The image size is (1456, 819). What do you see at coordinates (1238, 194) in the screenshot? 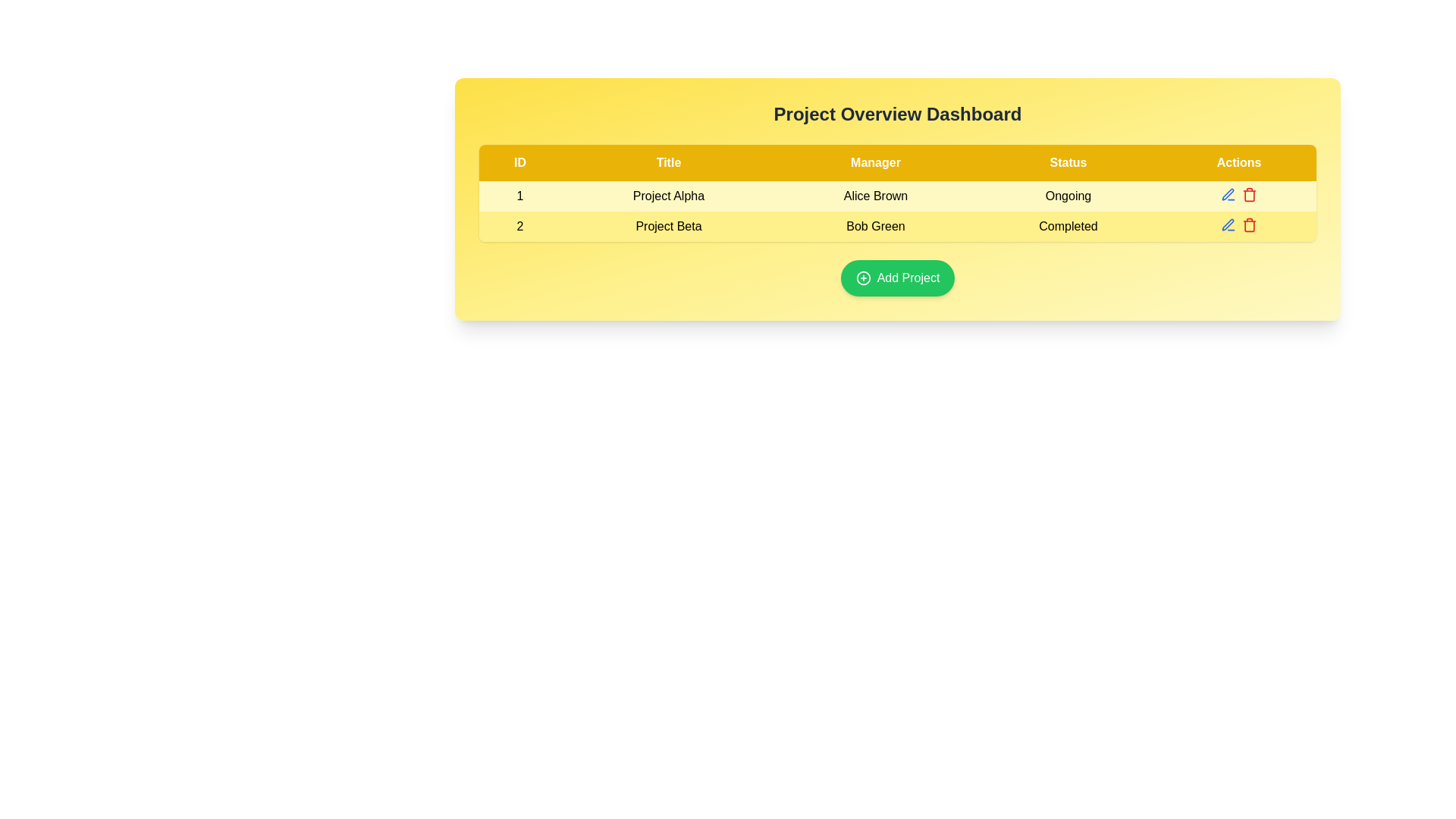
I see `the blue pencil-like icon in the Action group for the entry labeled '1' with project title 'Project Alpha'` at bounding box center [1238, 194].